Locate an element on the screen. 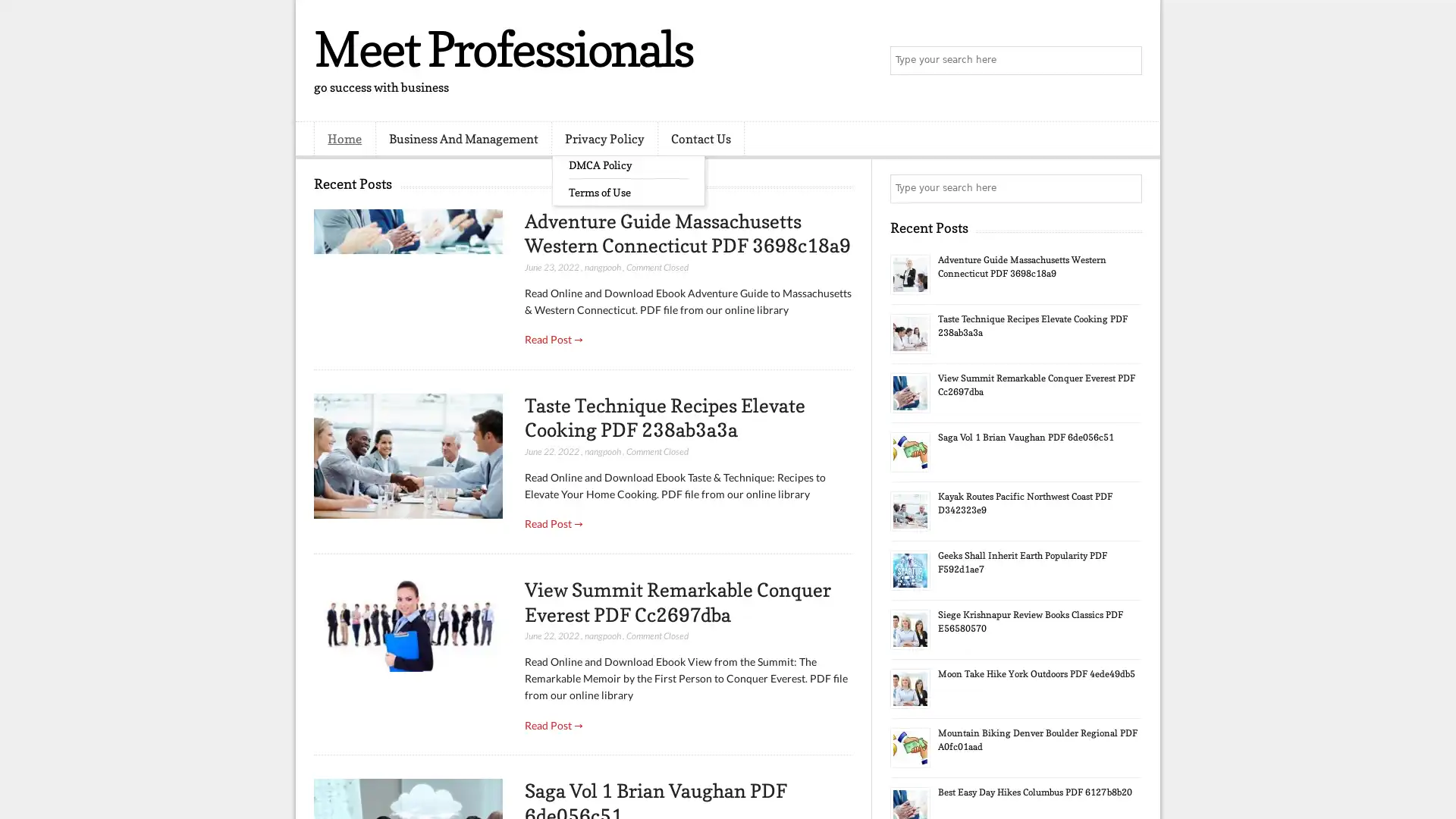  Search is located at coordinates (1126, 61).